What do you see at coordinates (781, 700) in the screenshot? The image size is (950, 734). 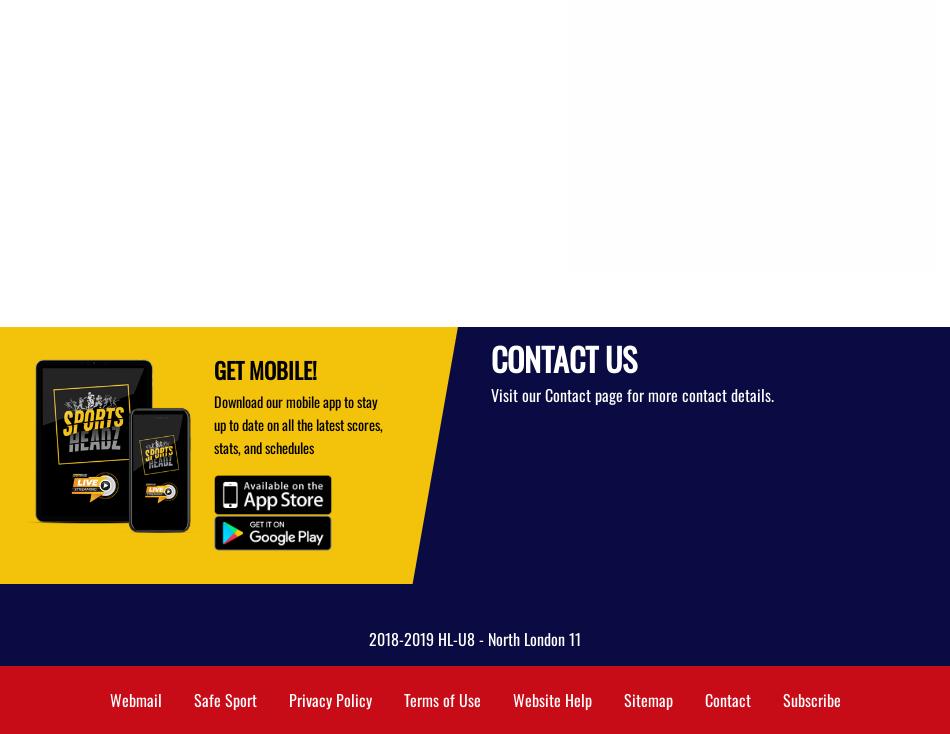 I see `'Subscribe'` at bounding box center [781, 700].